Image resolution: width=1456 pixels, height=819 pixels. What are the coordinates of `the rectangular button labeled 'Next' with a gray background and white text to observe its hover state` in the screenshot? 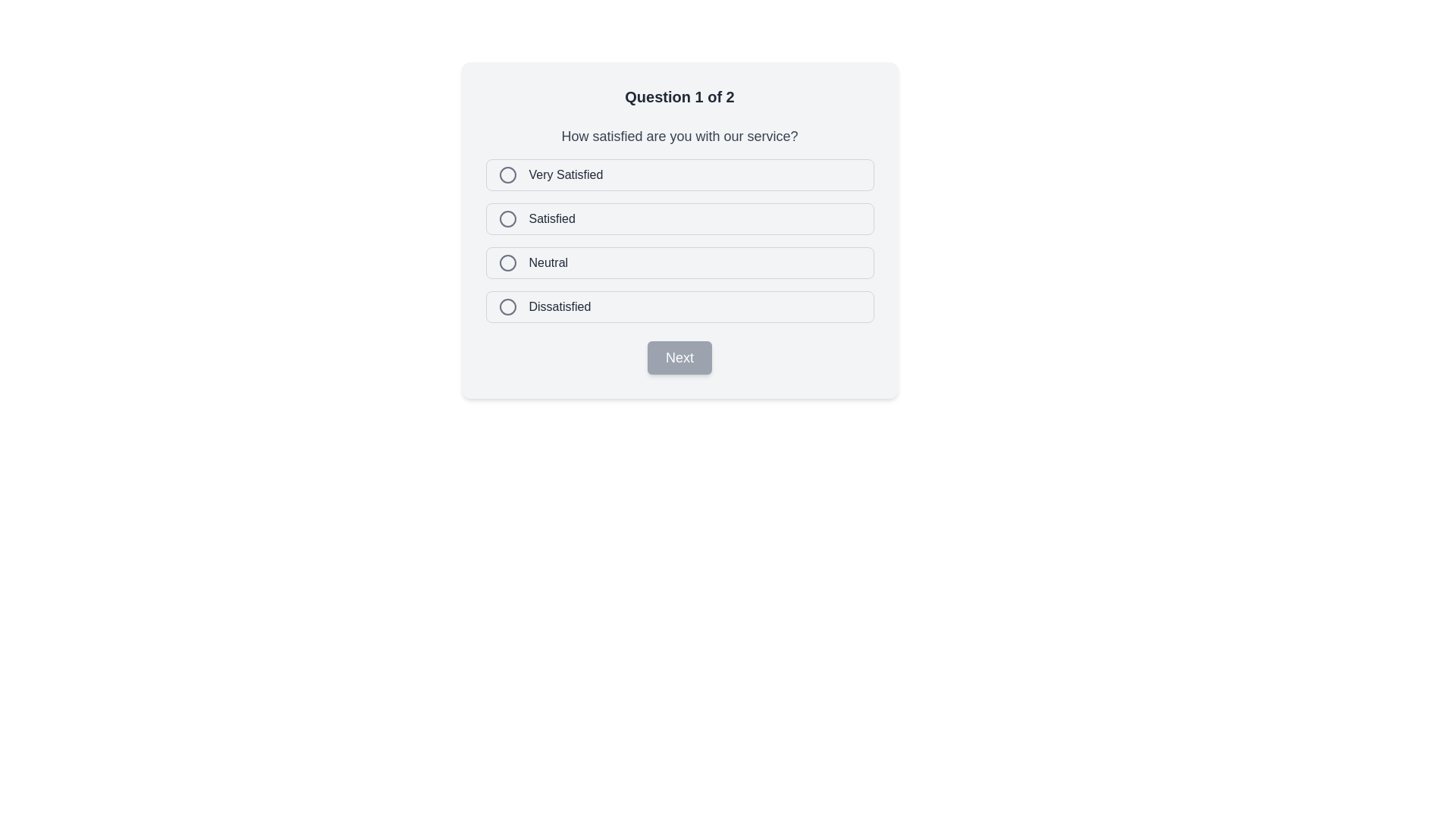 It's located at (679, 357).